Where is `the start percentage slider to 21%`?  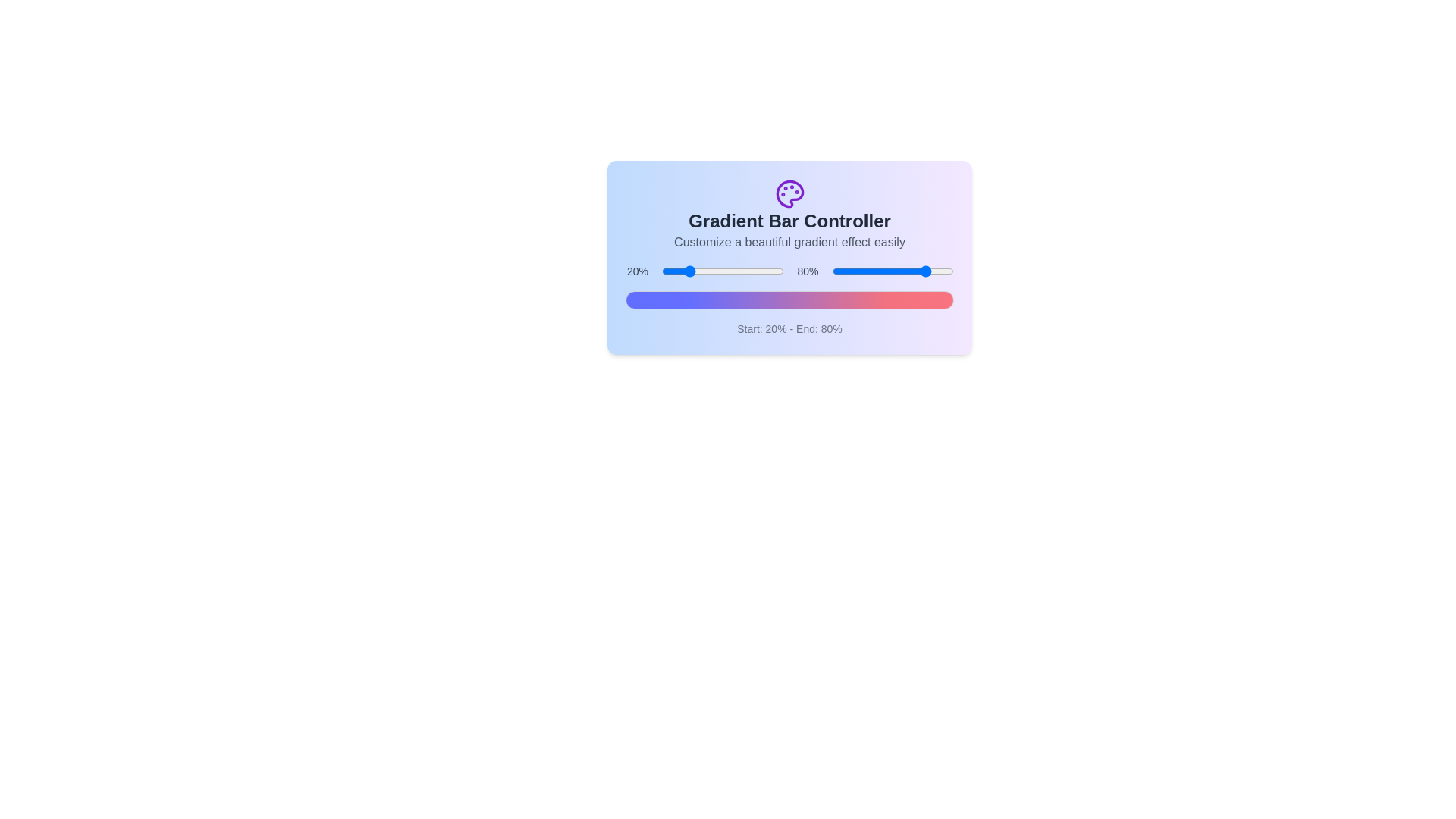
the start percentage slider to 21% is located at coordinates (686, 271).